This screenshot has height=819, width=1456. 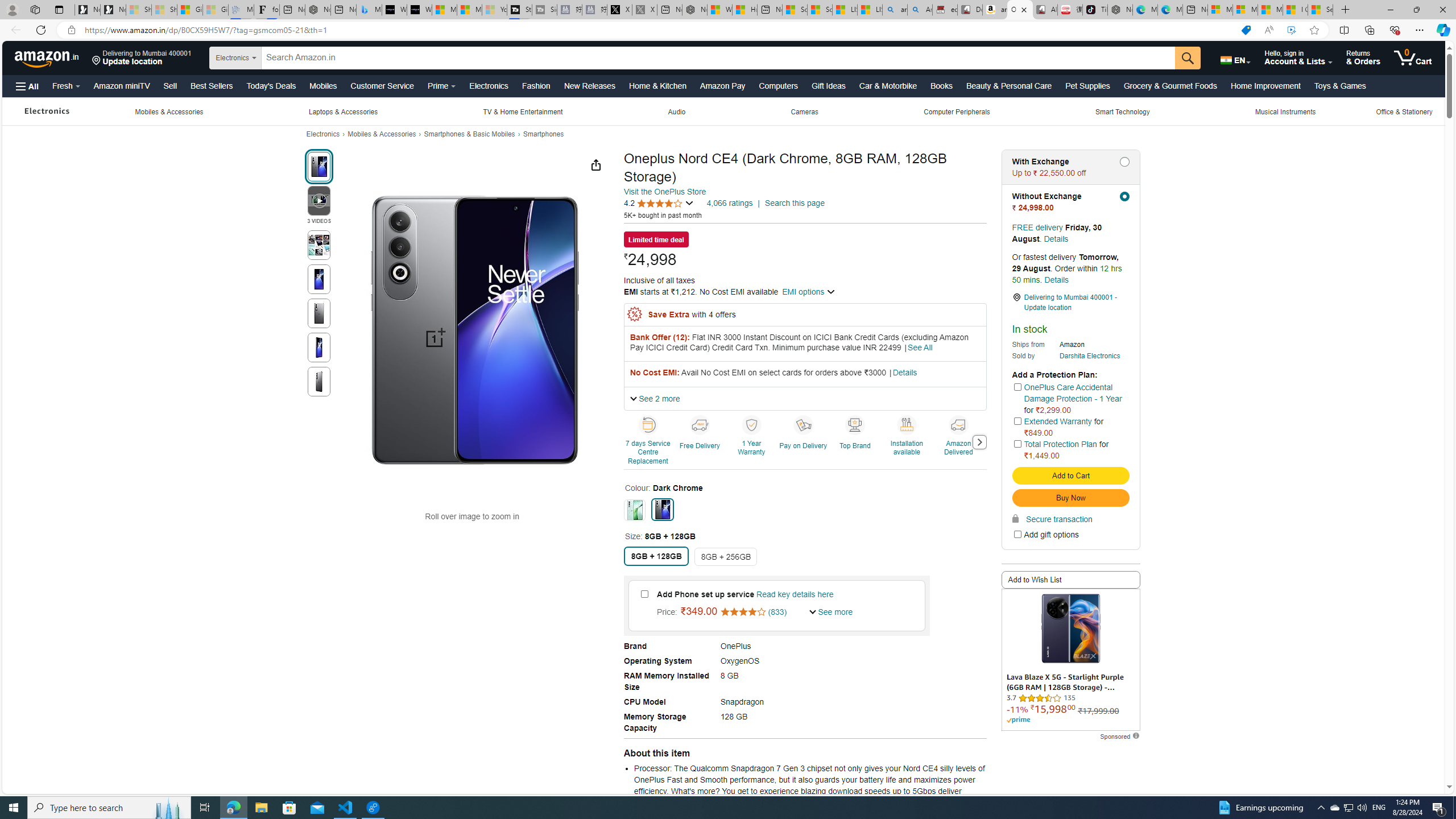 I want to click on '8GB + 256GB', so click(x=725, y=556).